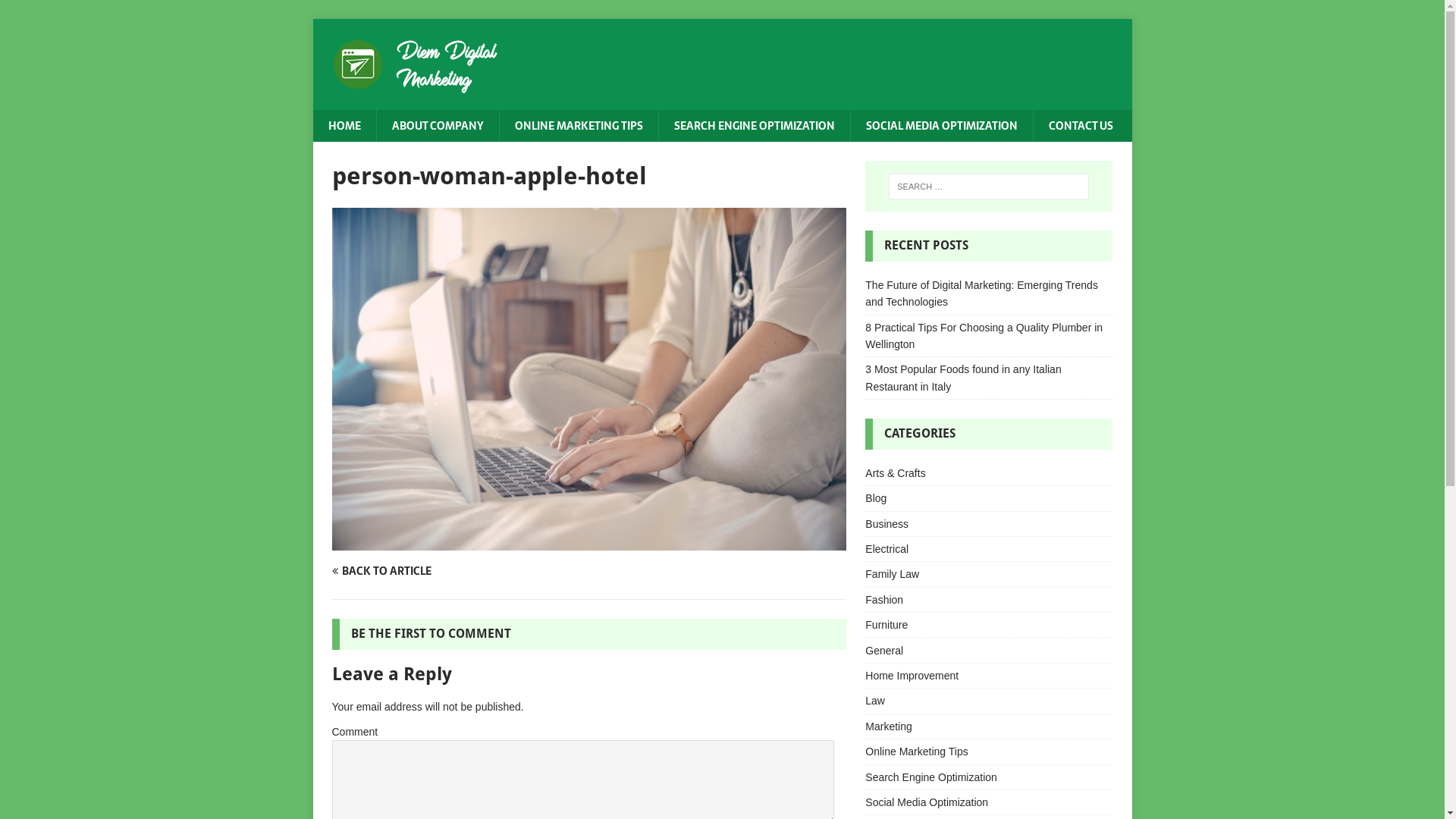 This screenshot has width=1456, height=819. Describe the element at coordinates (989, 752) in the screenshot. I see `'Online Marketing Tips'` at that location.